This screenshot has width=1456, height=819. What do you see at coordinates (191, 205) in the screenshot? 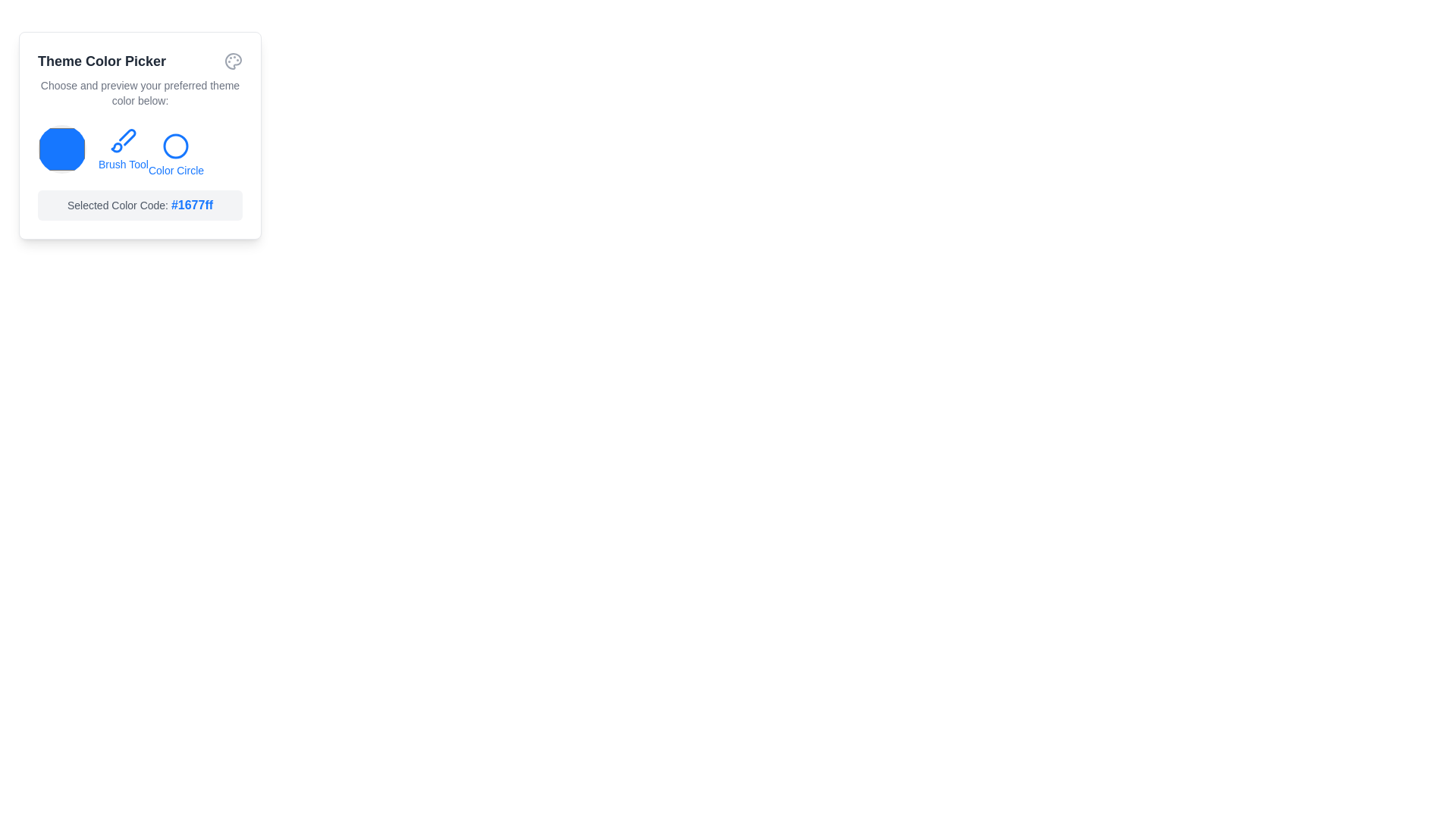
I see `the text element displaying the string '#1677ff', which is a blue color and located near the bottom of the 'Theme Color Picker' box, to the right of 'Selected Color Code'` at bounding box center [191, 205].